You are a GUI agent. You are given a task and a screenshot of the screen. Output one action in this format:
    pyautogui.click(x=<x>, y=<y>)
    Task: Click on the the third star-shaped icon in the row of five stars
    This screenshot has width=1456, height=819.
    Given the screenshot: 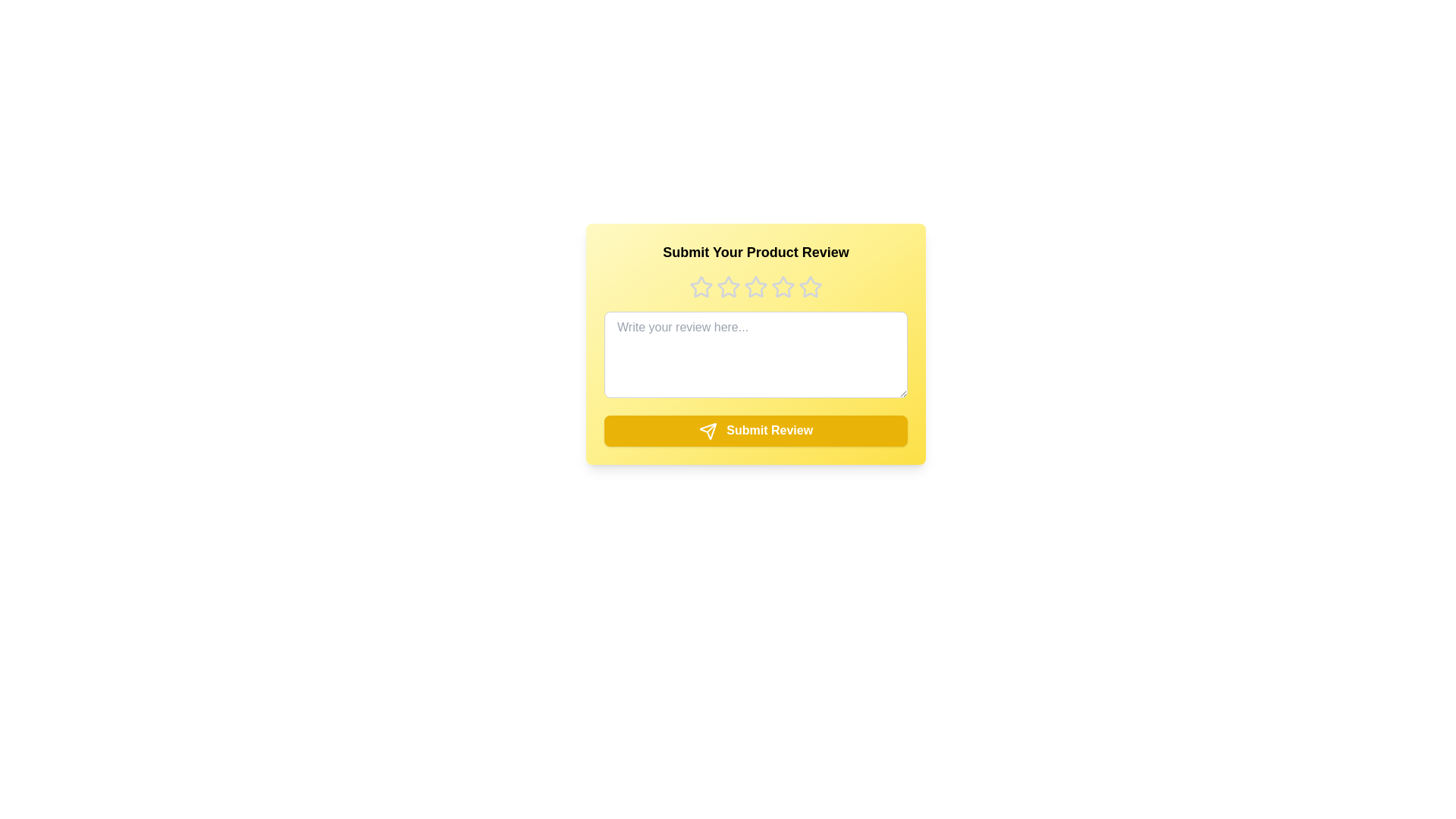 What is the action you would take?
    pyautogui.click(x=755, y=287)
    